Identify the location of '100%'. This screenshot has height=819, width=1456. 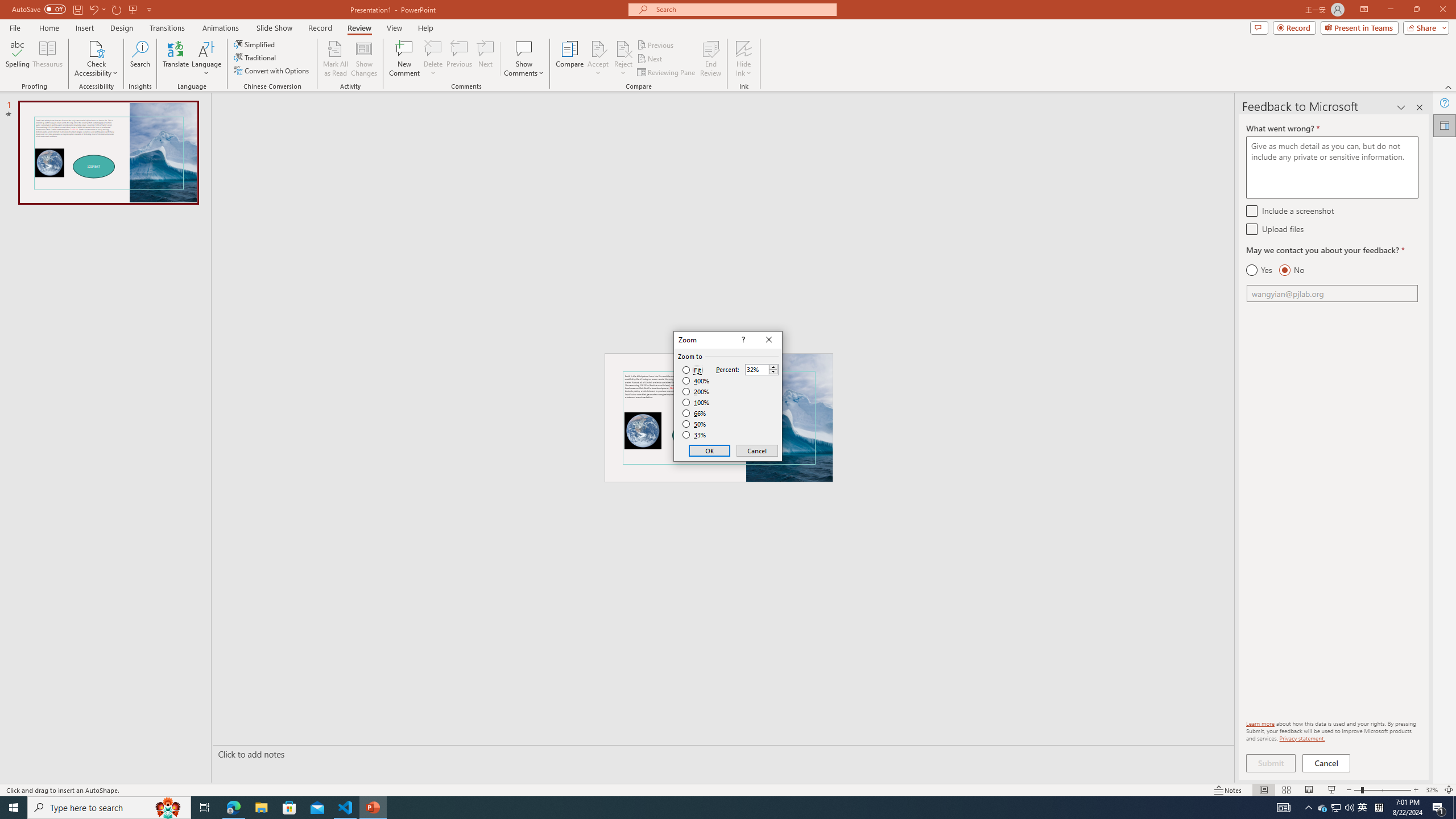
(696, 402).